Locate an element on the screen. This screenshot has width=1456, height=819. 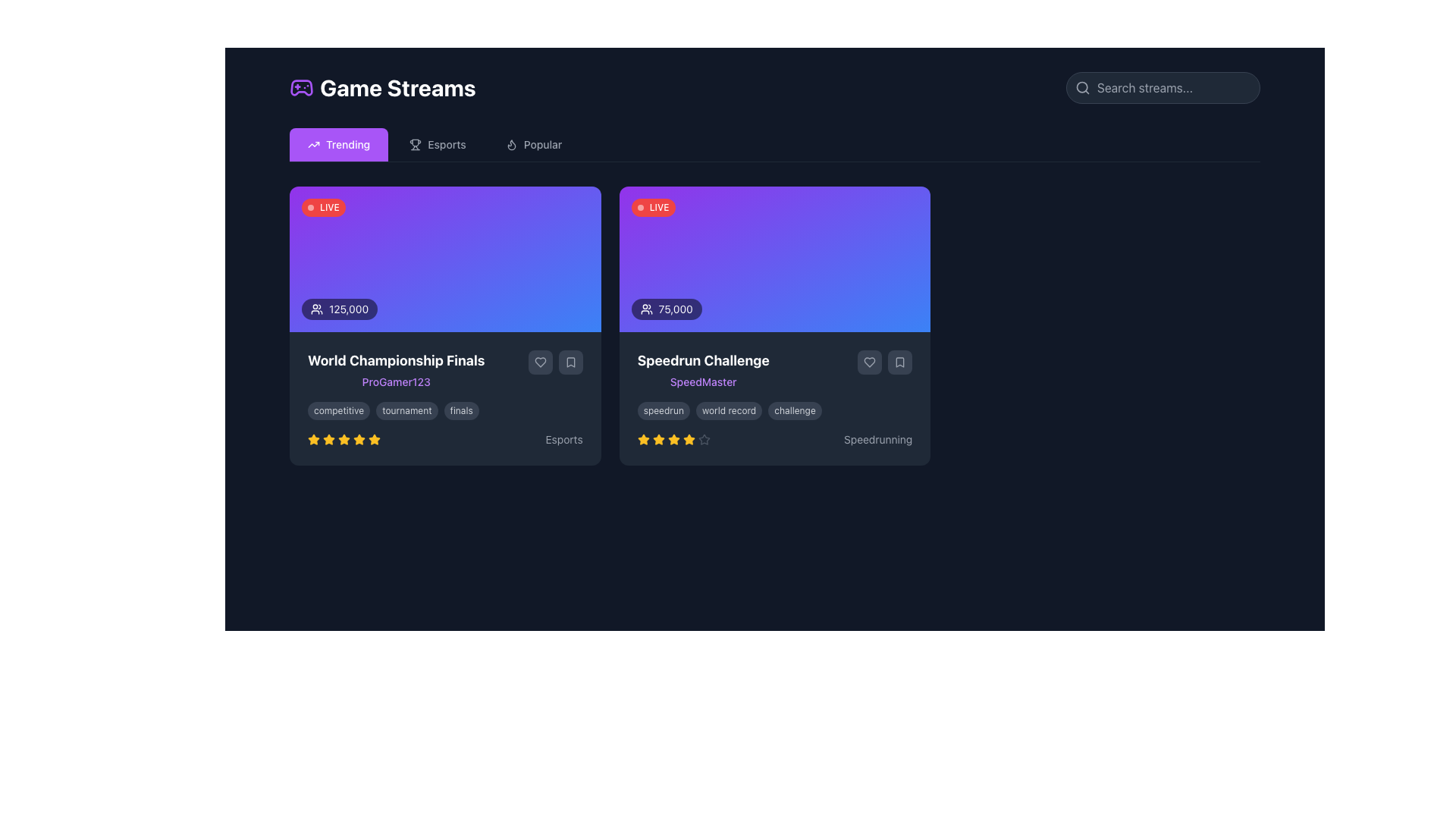
the text label displaying 'Esports' located at the bottom-right corner of the World Championship Finals card is located at coordinates (563, 439).